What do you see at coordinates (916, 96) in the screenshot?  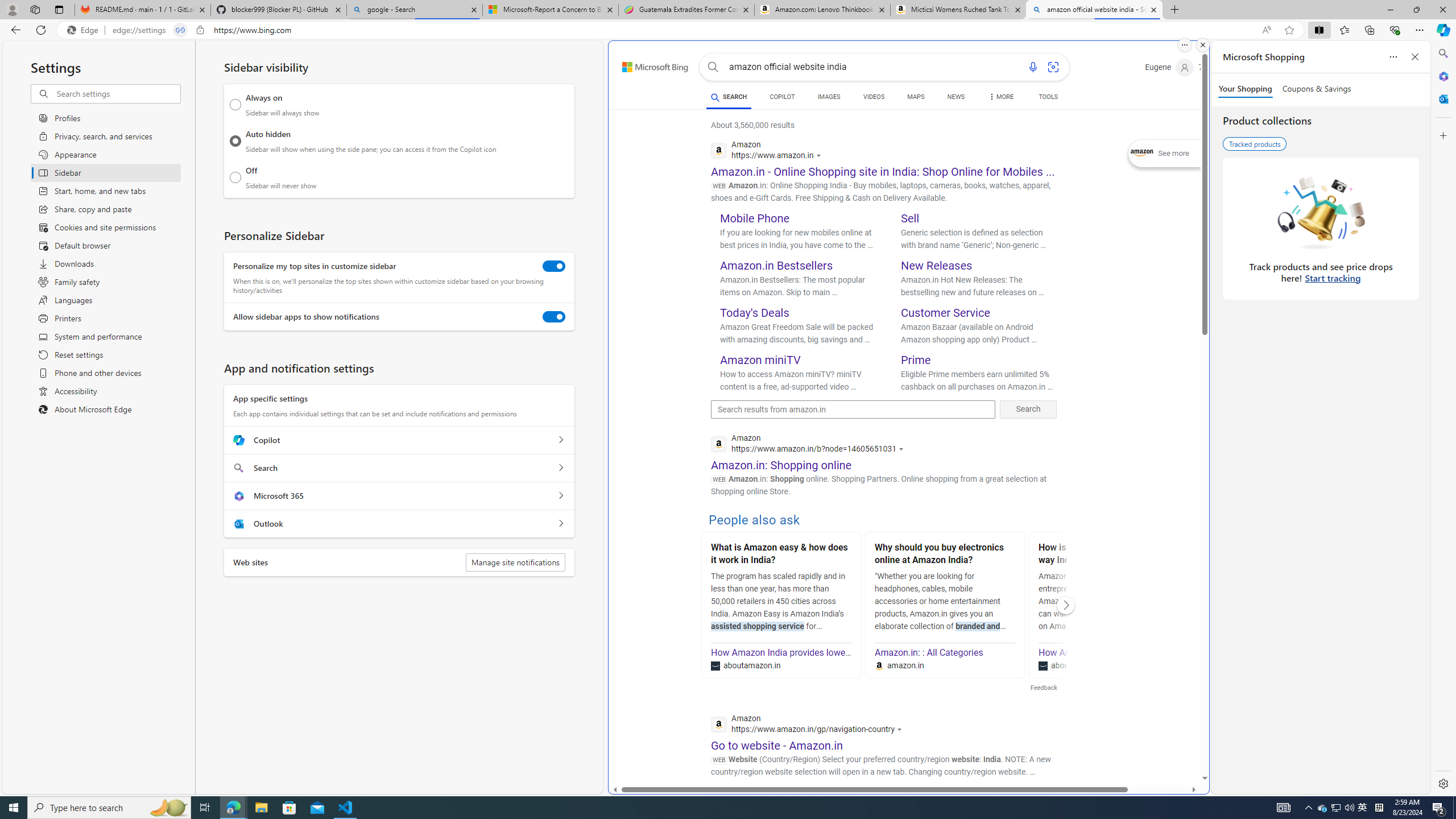 I see `'MAPS'` at bounding box center [916, 96].